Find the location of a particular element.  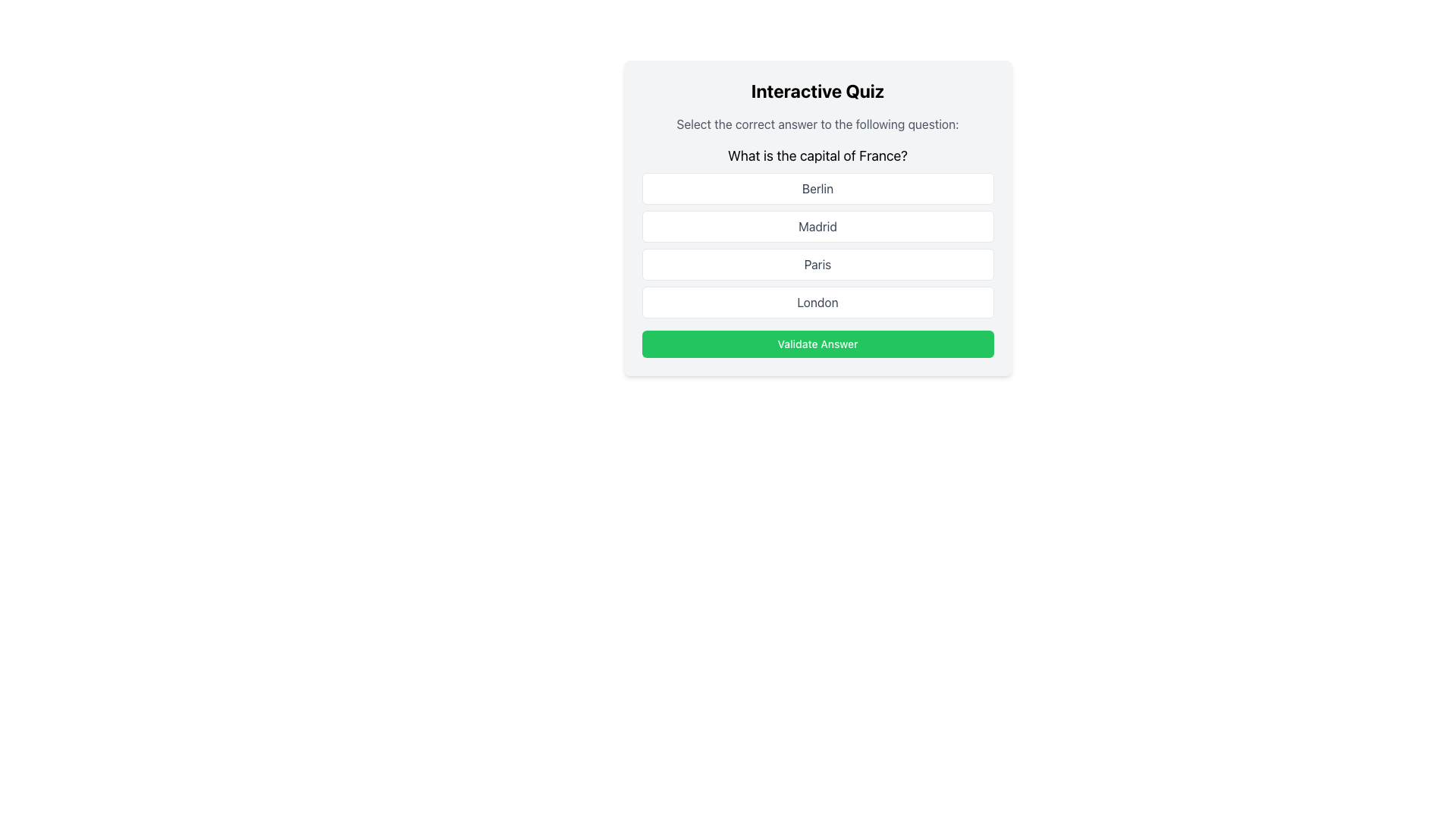

the rectangular button labeled 'Berlin' with rounded corners, located at the top of a vertical list of options is located at coordinates (817, 188).